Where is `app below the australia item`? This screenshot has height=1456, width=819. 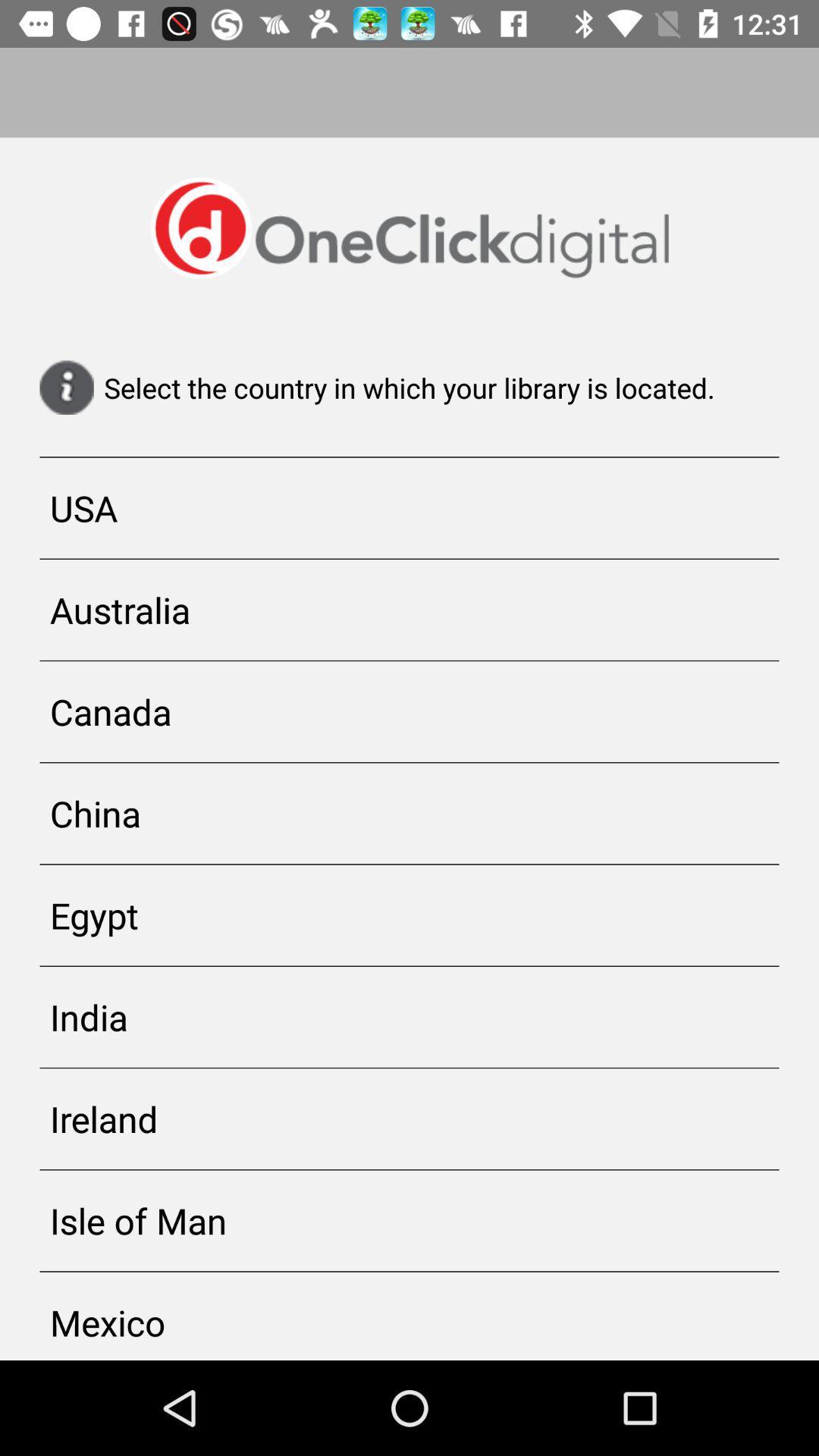
app below the australia item is located at coordinates (409, 711).